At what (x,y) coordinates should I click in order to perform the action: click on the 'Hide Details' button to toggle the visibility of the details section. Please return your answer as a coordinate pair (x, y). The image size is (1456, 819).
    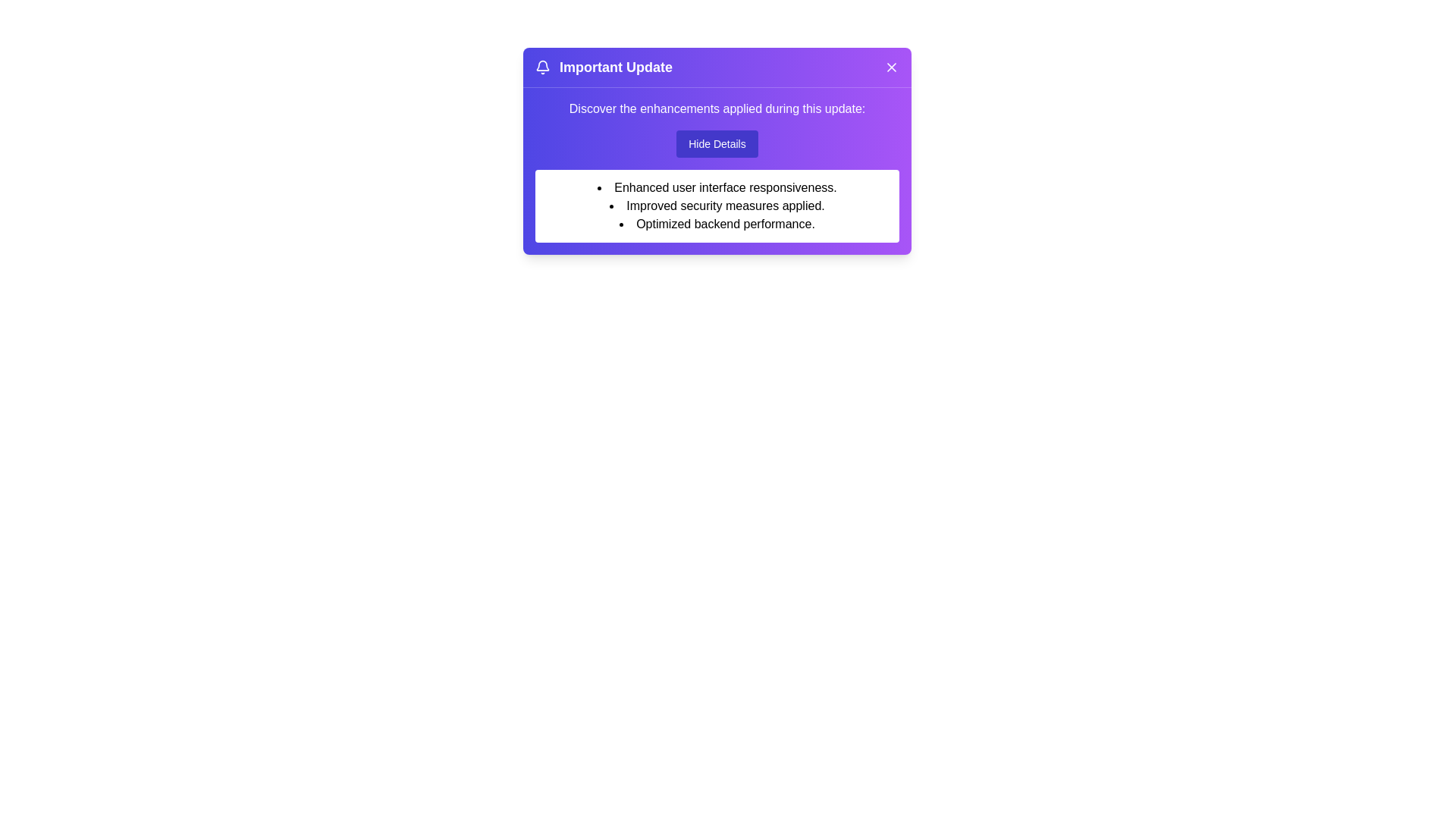
    Looking at the image, I should click on (716, 143).